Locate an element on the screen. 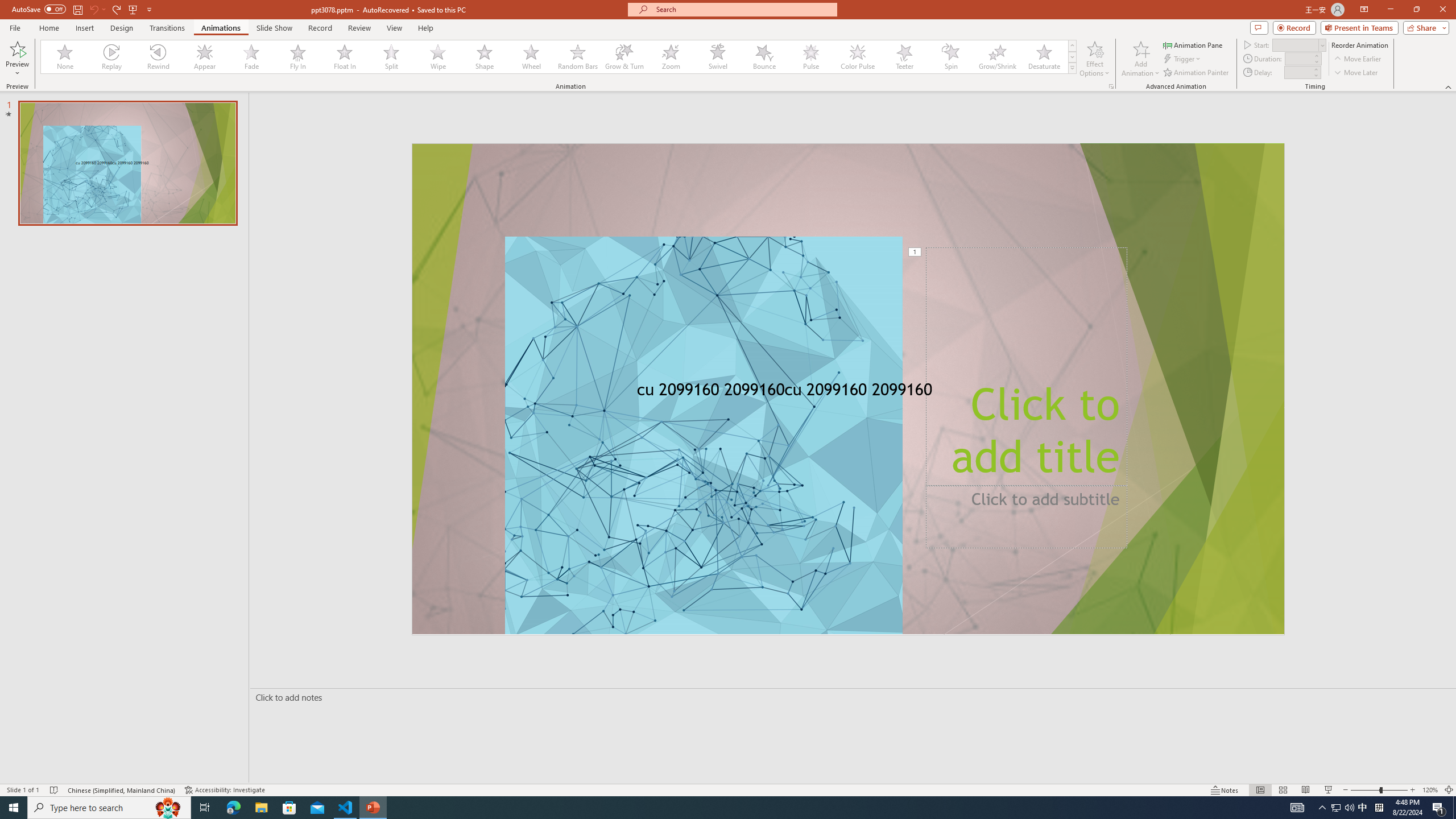 The height and width of the screenshot is (819, 1456). 'Animation Delay' is located at coordinates (1296, 72).